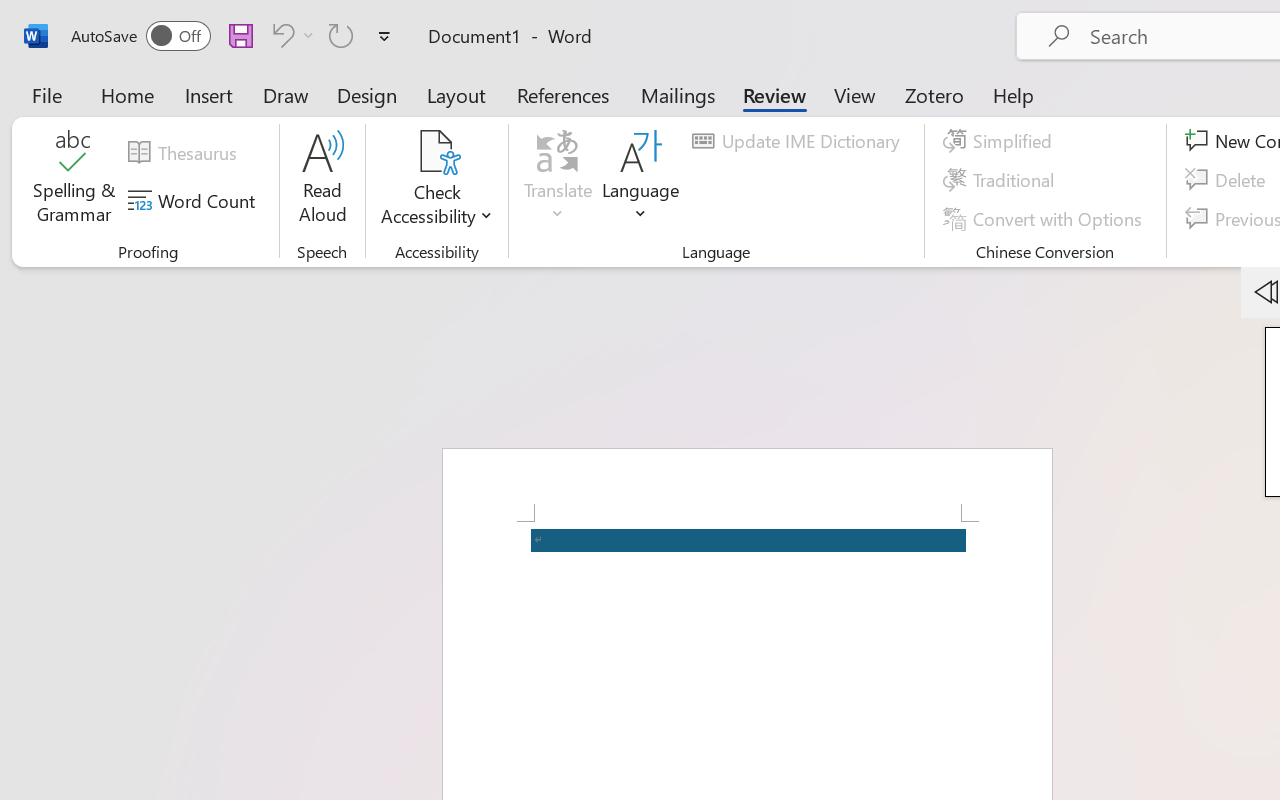 This screenshot has width=1280, height=800. I want to click on 'Delete', so click(1227, 179).